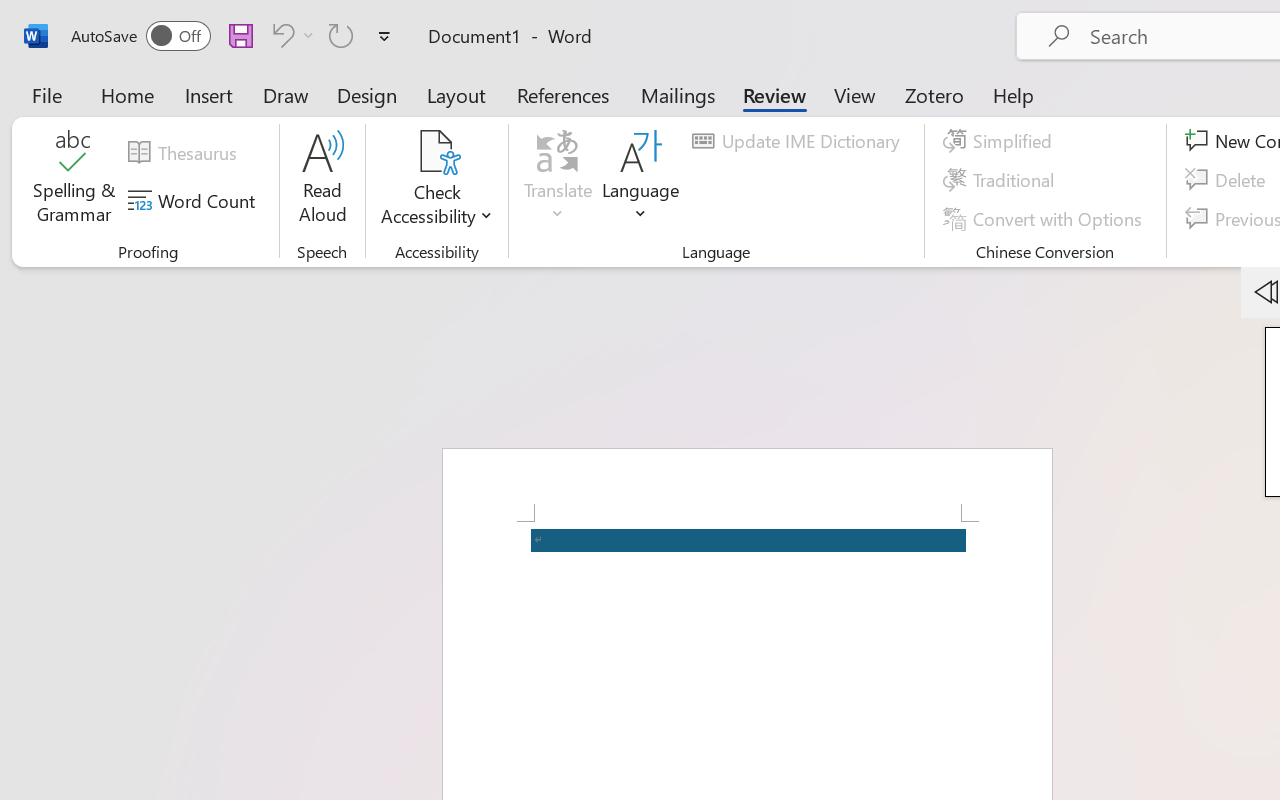 This screenshot has width=1280, height=800. I want to click on 'Delete', so click(1227, 179).